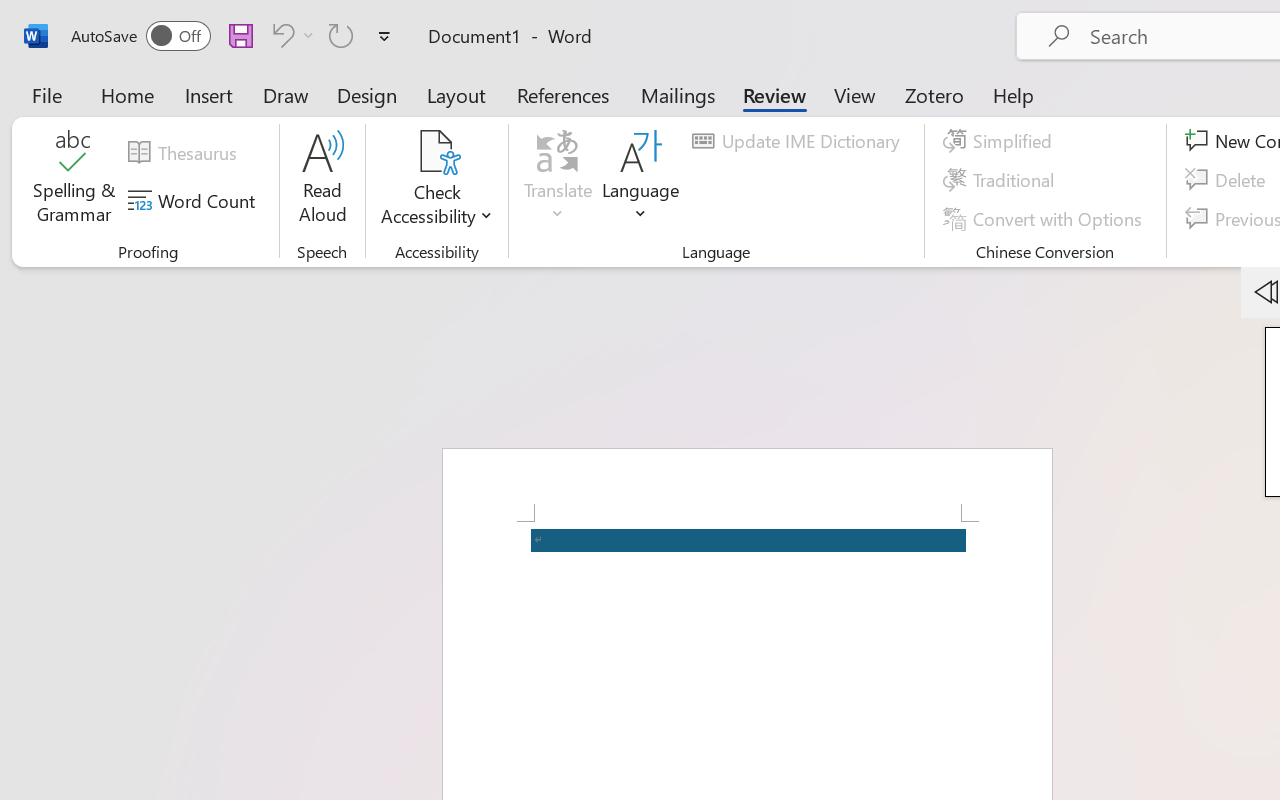 This screenshot has width=1280, height=800. I want to click on 'Delete', so click(1227, 179).